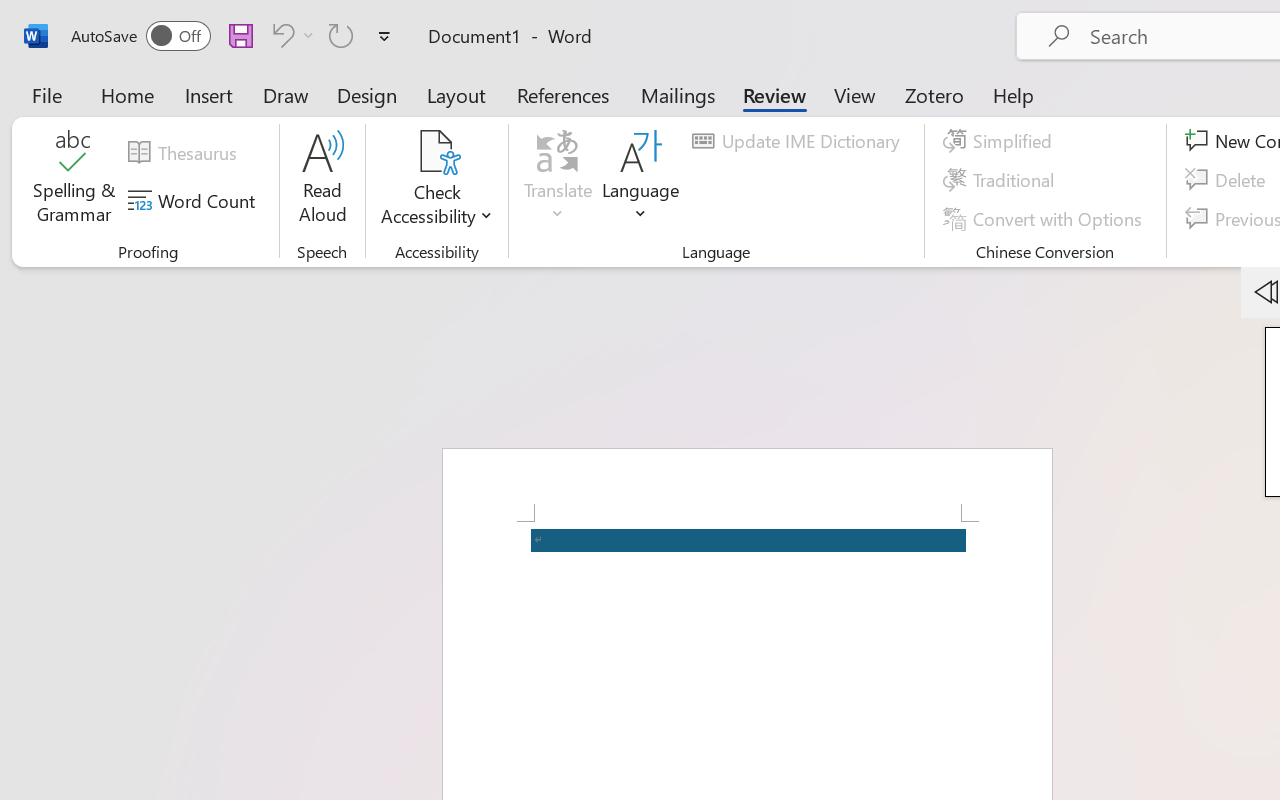 This screenshot has width=1280, height=800. I want to click on 'Delete', so click(1227, 179).